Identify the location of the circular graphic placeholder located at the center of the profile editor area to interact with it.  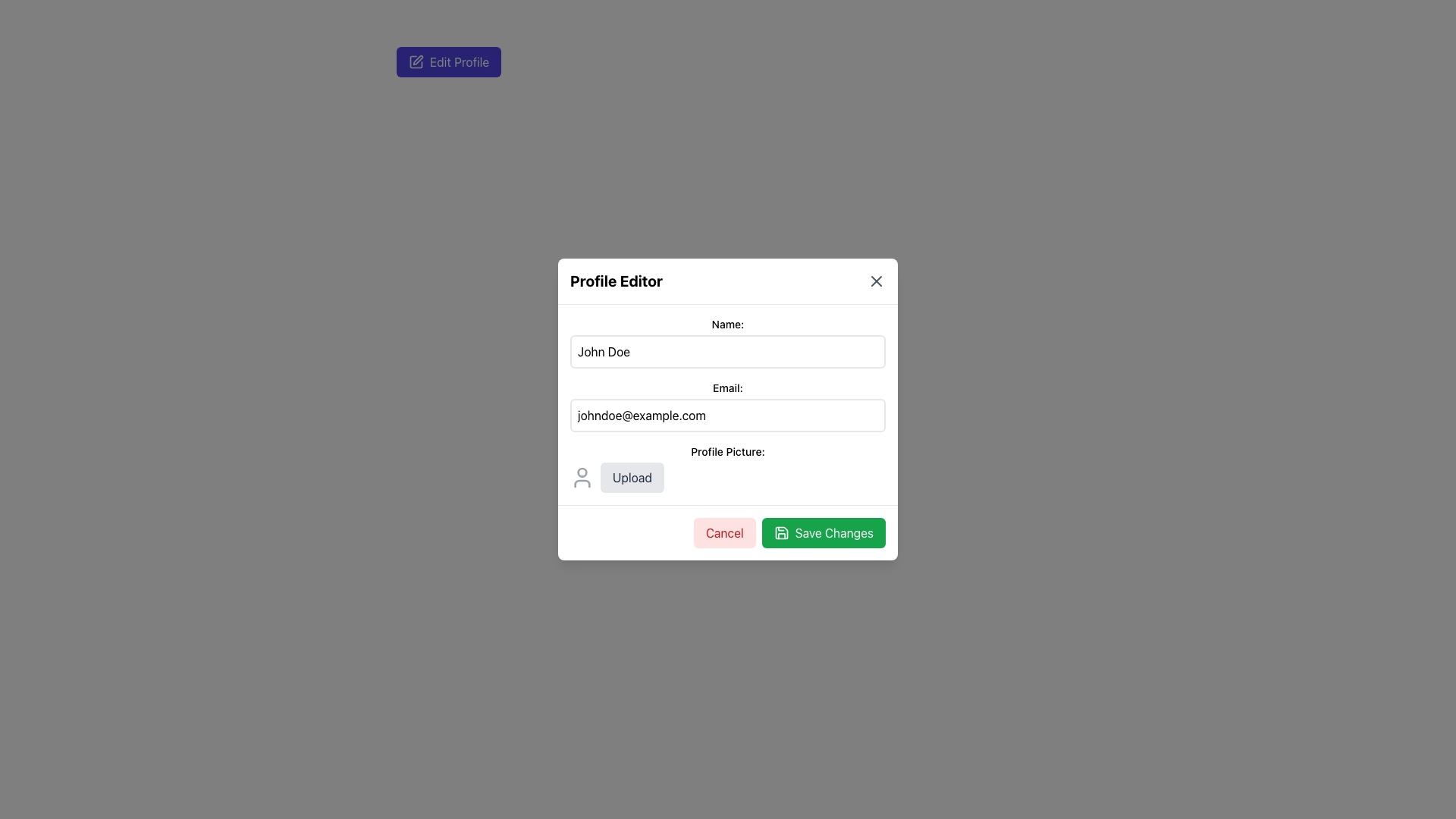
(582, 472).